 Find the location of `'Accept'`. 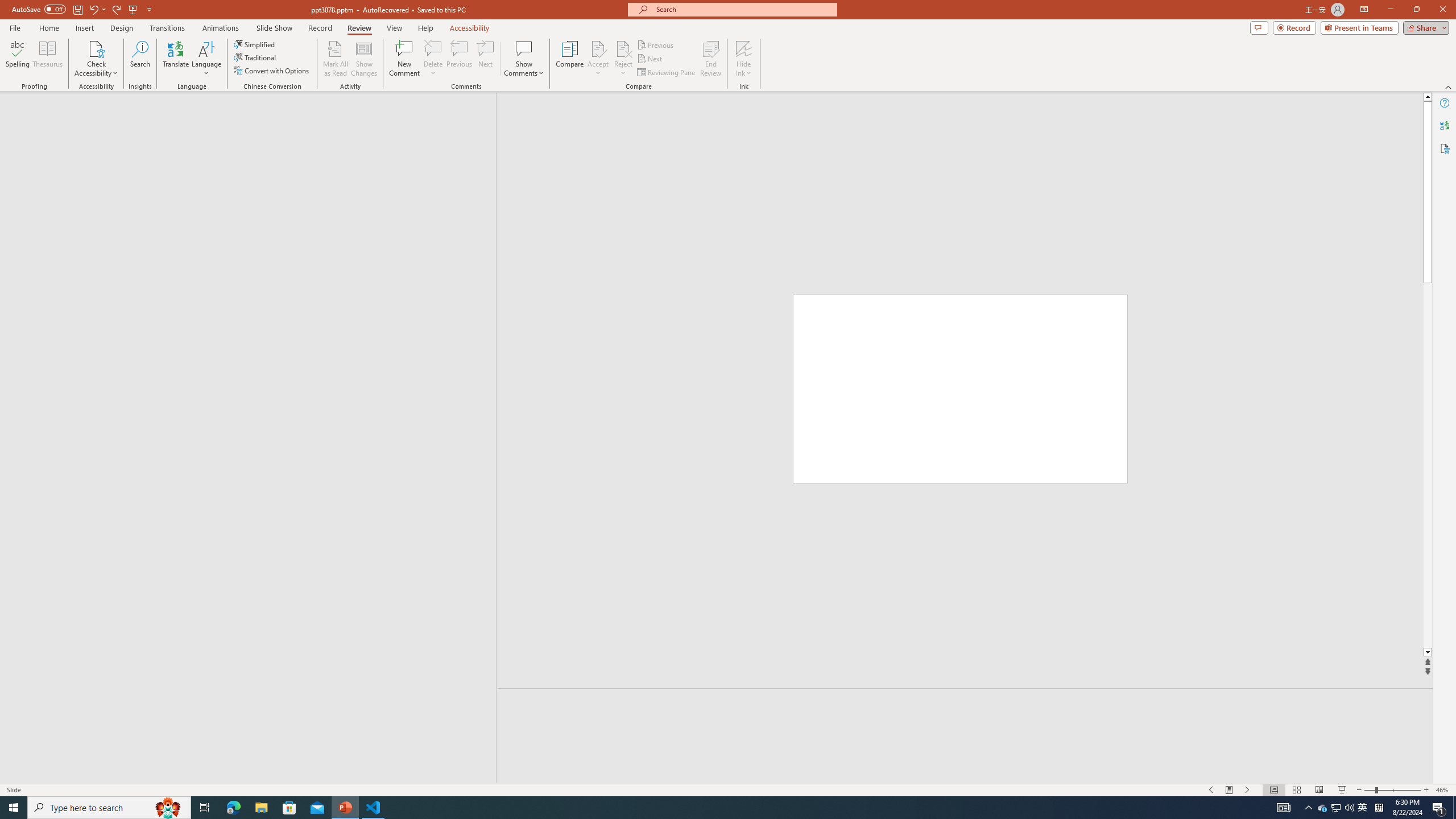

'Accept' is located at coordinates (598, 59).